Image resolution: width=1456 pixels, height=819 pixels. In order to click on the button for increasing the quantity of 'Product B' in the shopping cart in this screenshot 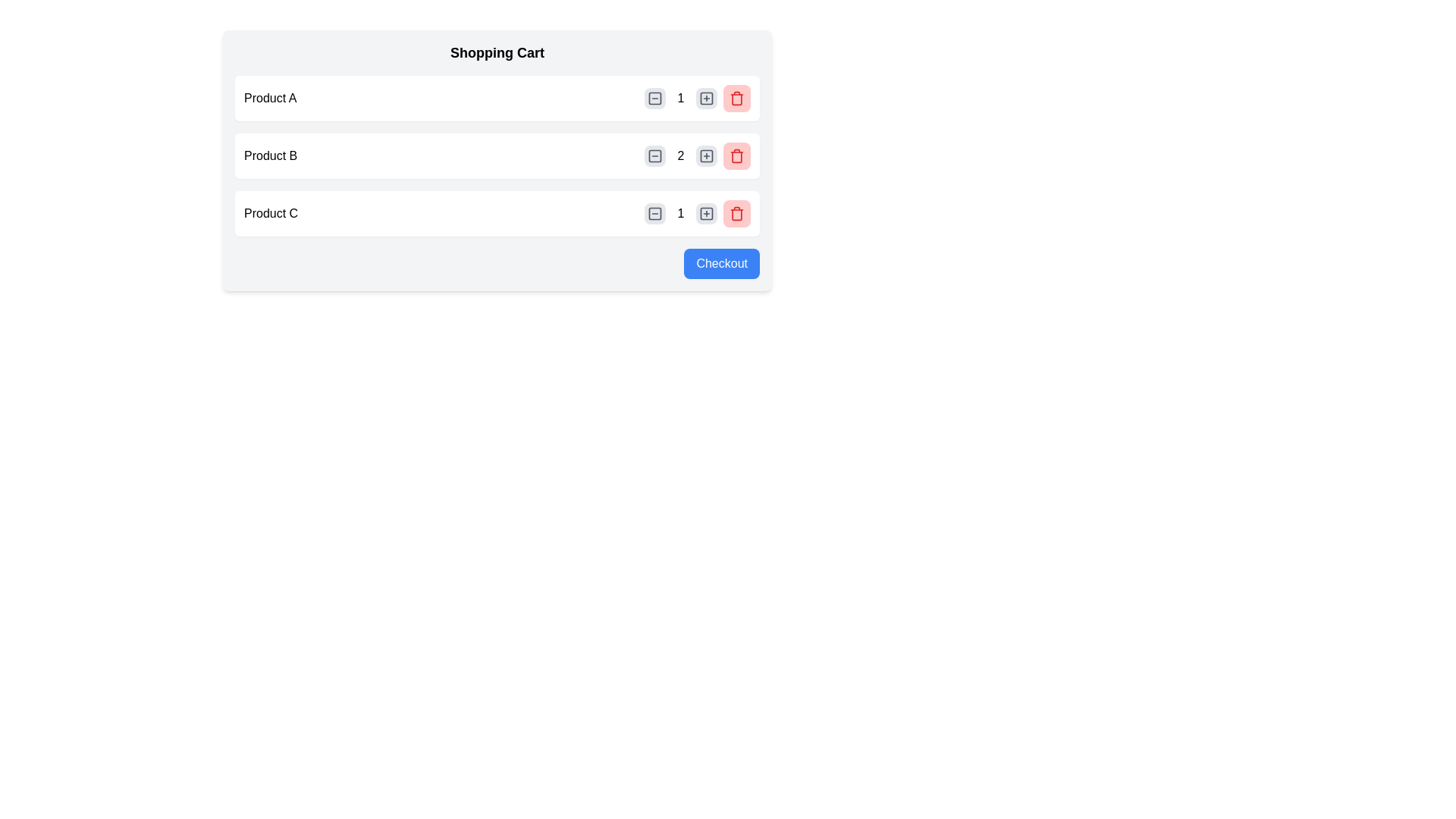, I will do `click(705, 99)`.